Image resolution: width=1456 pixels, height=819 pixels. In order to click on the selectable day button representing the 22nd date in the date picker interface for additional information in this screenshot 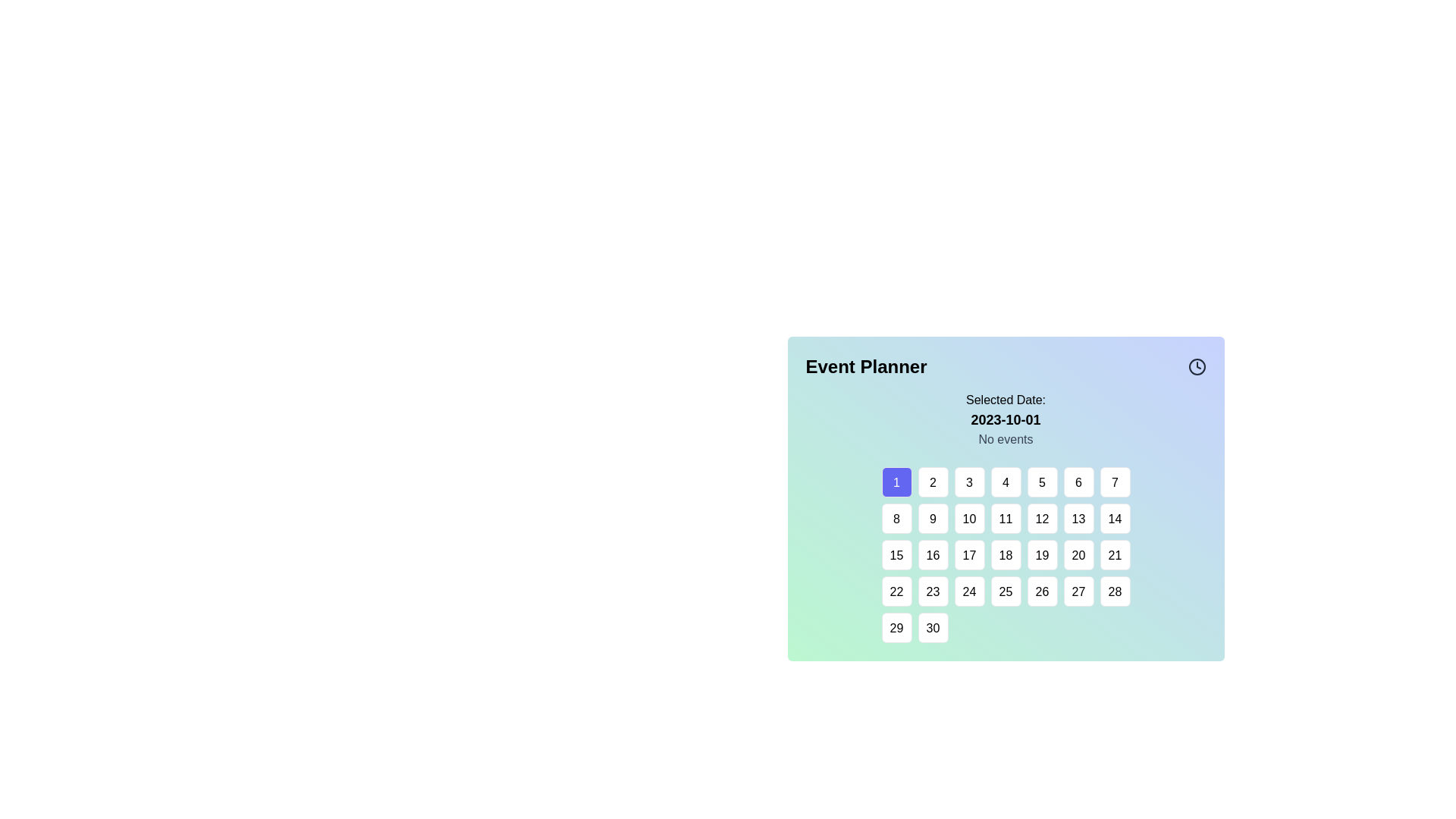, I will do `click(896, 590)`.